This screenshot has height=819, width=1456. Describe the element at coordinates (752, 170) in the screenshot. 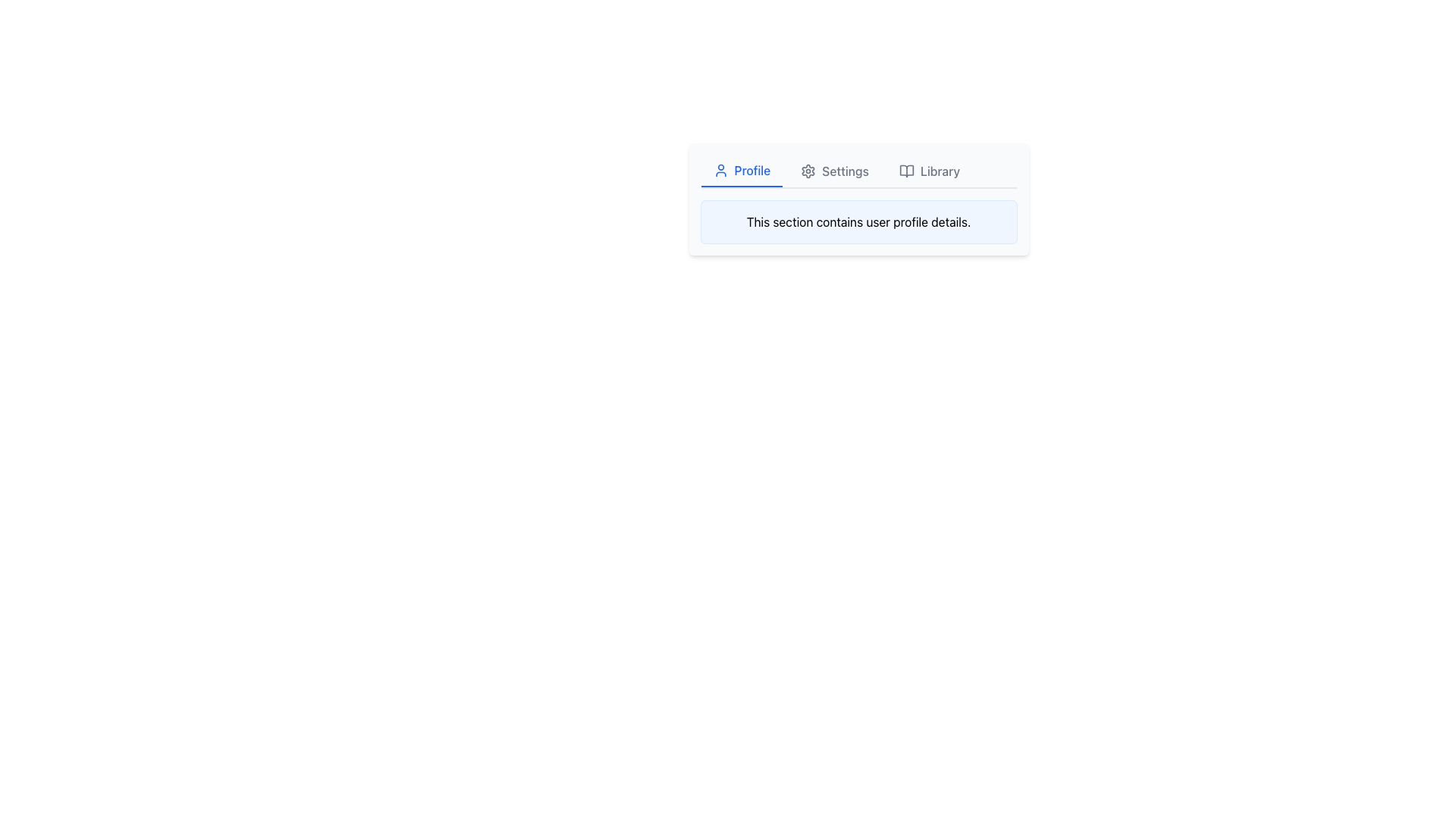

I see `the 'Profile' text element, which is styled in blue and located in the first tab of the navigation bar` at that location.